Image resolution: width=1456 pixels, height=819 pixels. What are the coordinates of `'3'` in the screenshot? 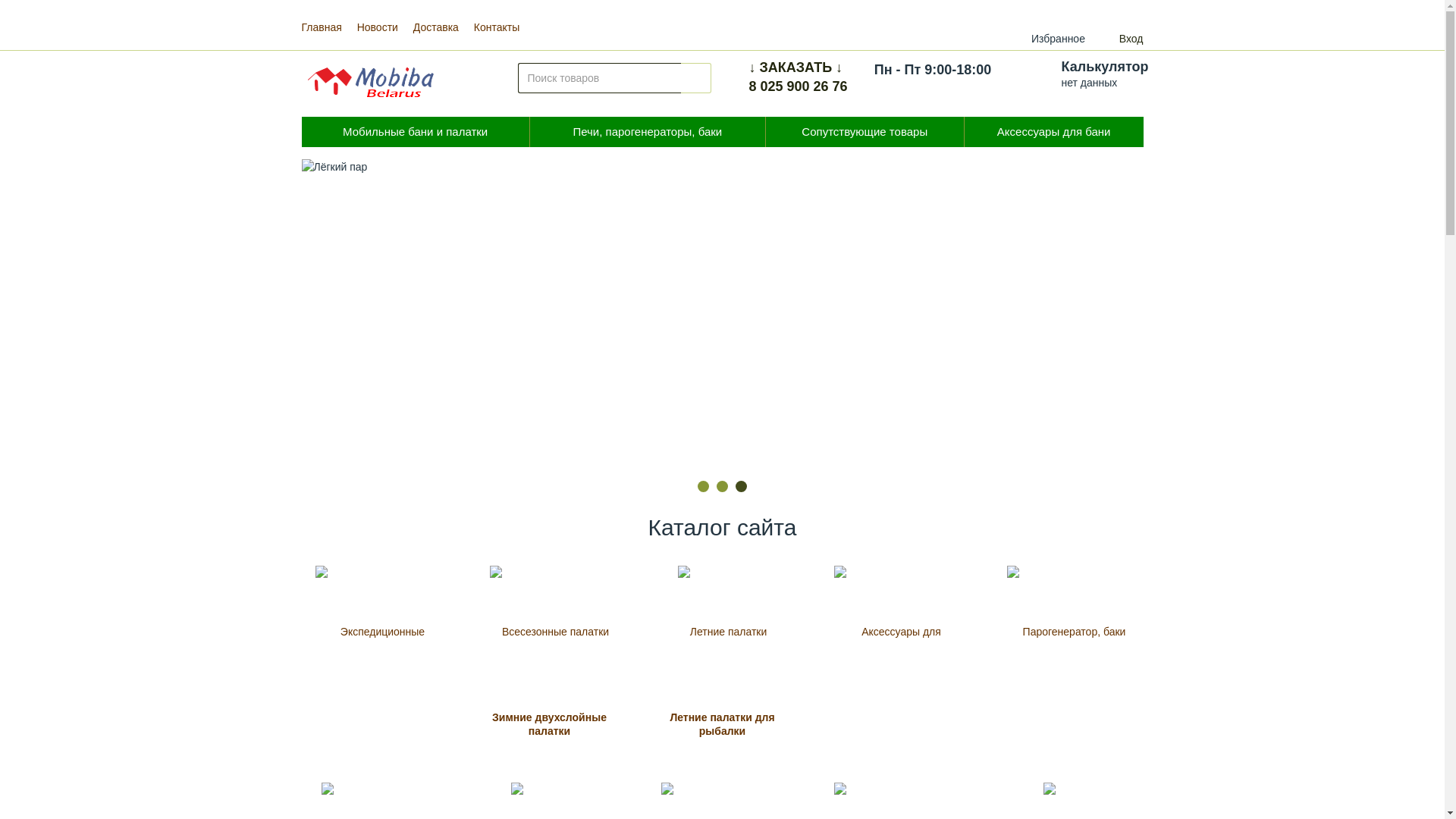 It's located at (735, 486).